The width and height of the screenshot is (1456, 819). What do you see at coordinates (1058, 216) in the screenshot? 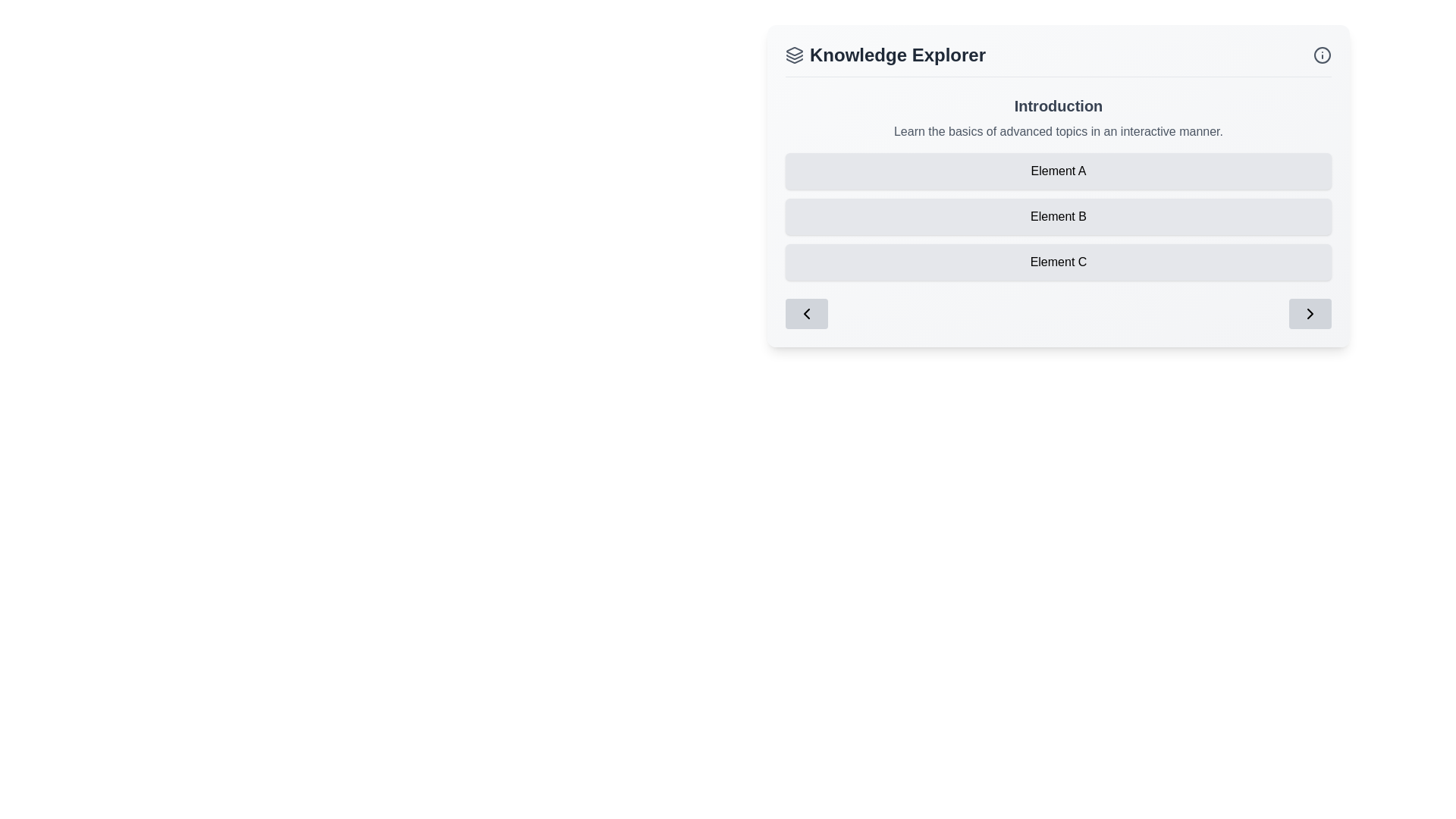
I see `the button labeled 'Element B', which is a horizontal rectangular box with rounded corners and a light gray background, located in the center of the panel between 'Element A' and 'Element C'` at bounding box center [1058, 216].